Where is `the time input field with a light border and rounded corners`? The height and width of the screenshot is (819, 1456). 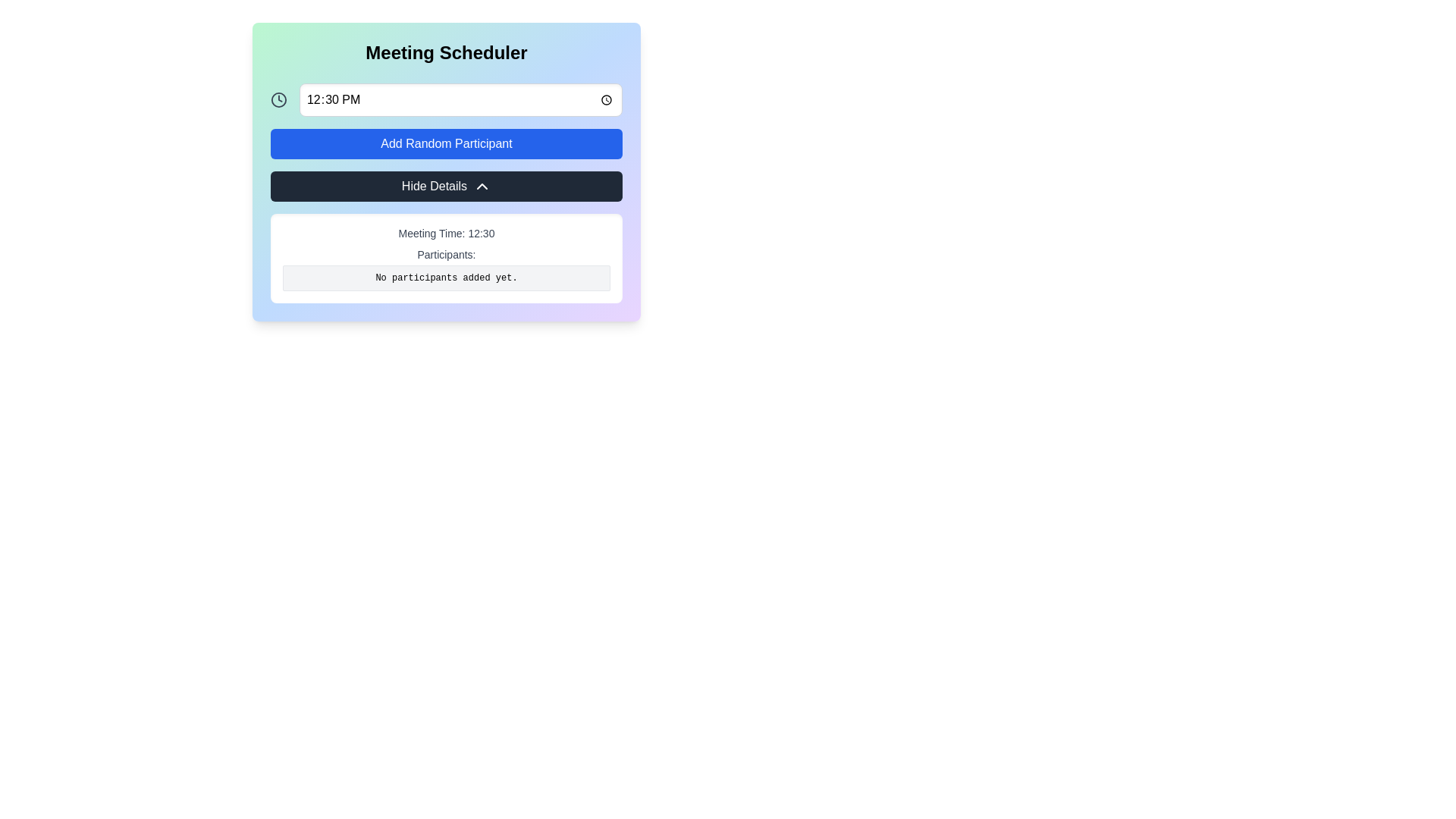 the time input field with a light border and rounded corners is located at coordinates (446, 99).